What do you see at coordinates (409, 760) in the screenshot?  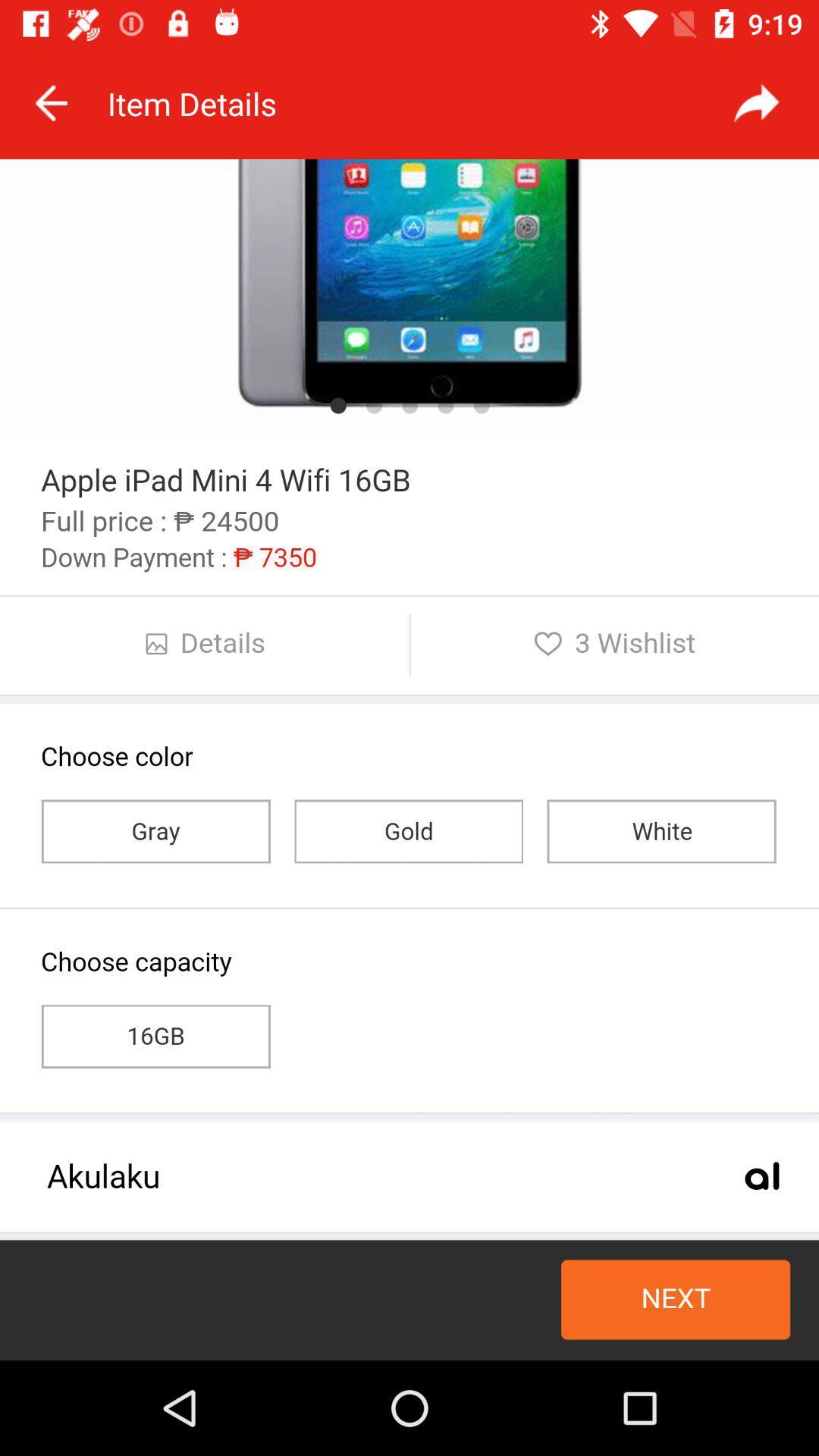 I see `description` at bounding box center [409, 760].